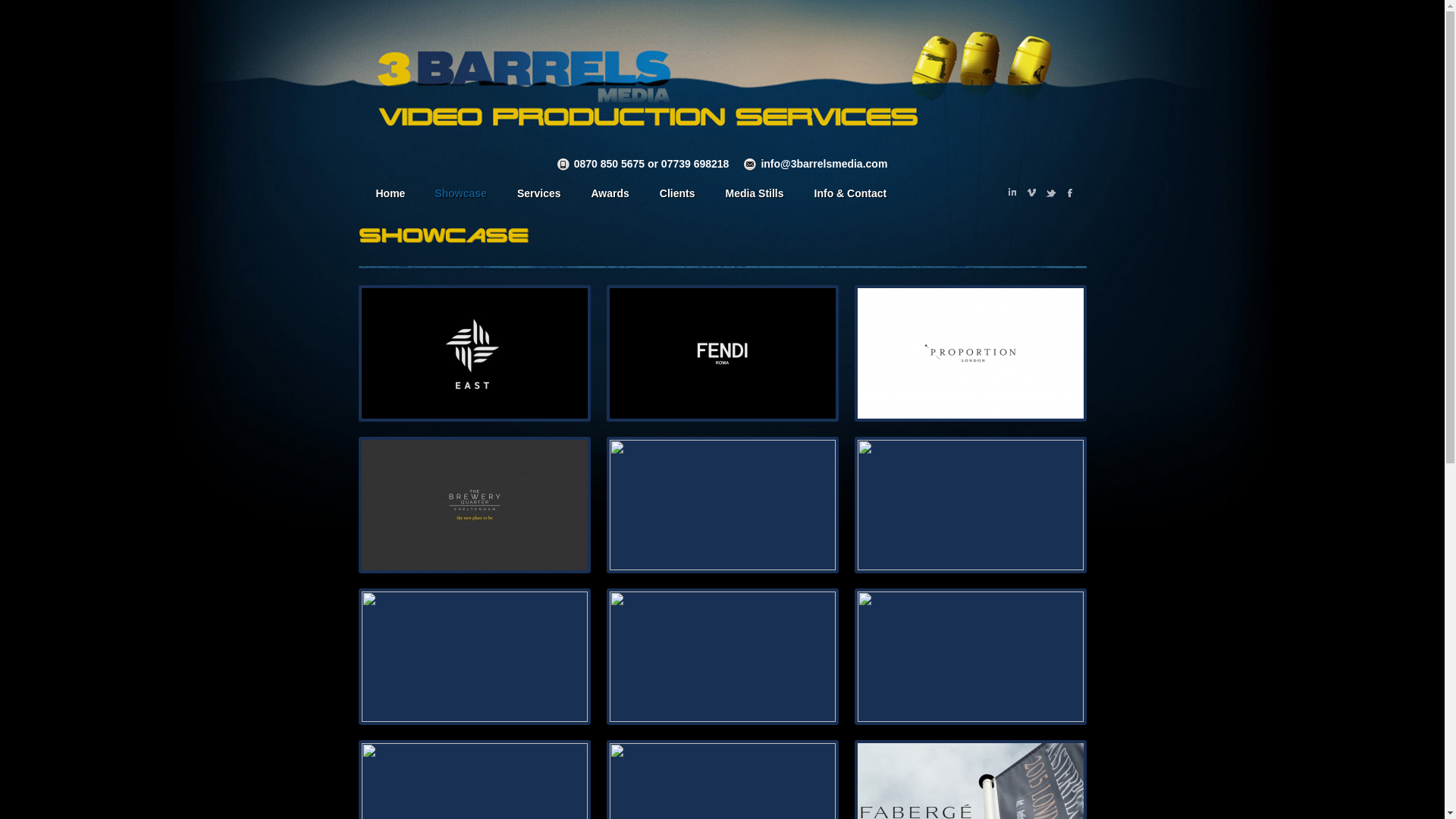 This screenshot has width=1456, height=819. I want to click on 'Fendi At Harrods ', so click(610, 353).